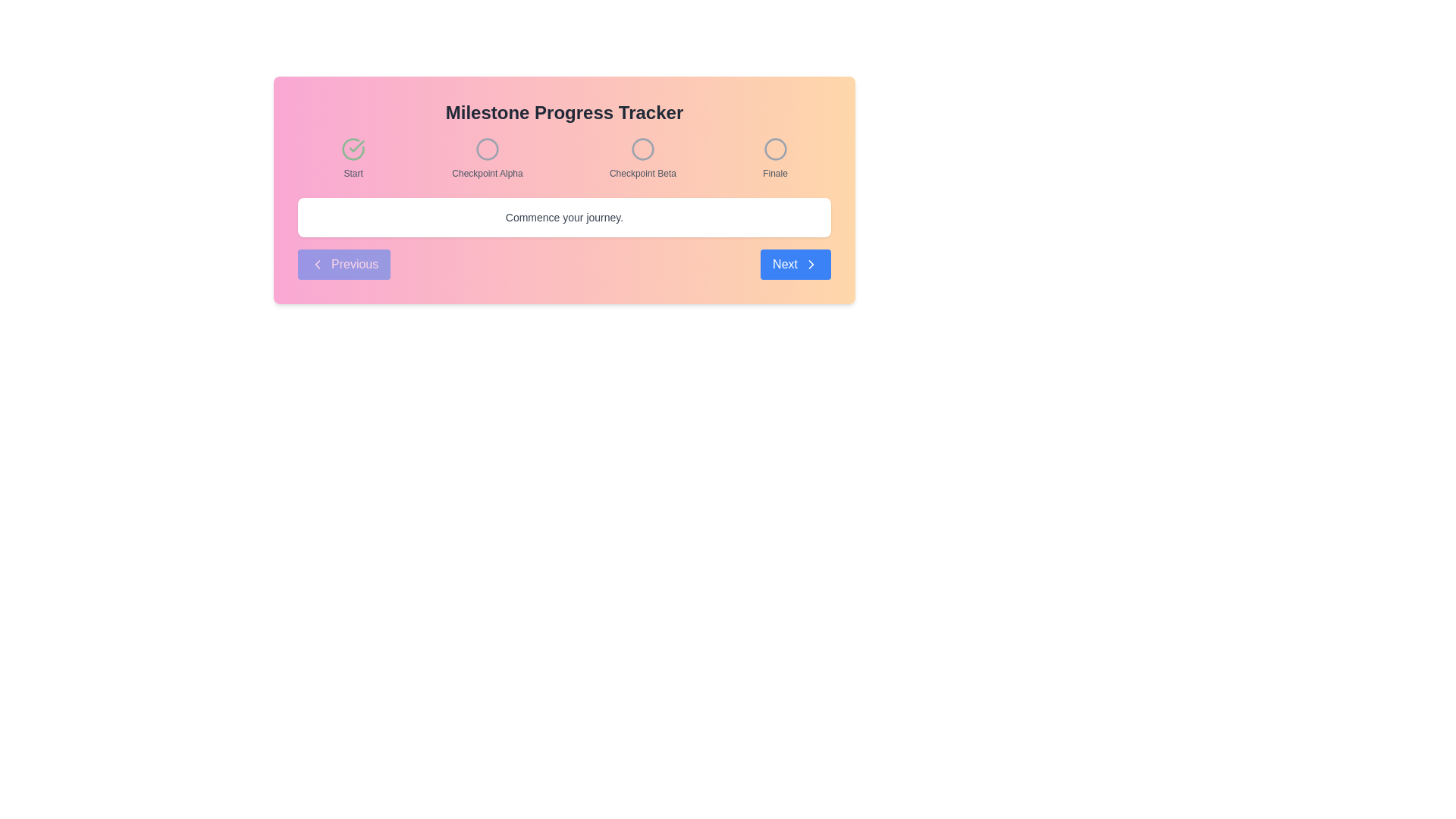 Image resolution: width=1456 pixels, height=819 pixels. What do you see at coordinates (563, 217) in the screenshot?
I see `the text element that reads 'Commence your journey.' which is styled in a smaller font size and gray color, centrally located in a white box with rounded corners and shadow` at bounding box center [563, 217].